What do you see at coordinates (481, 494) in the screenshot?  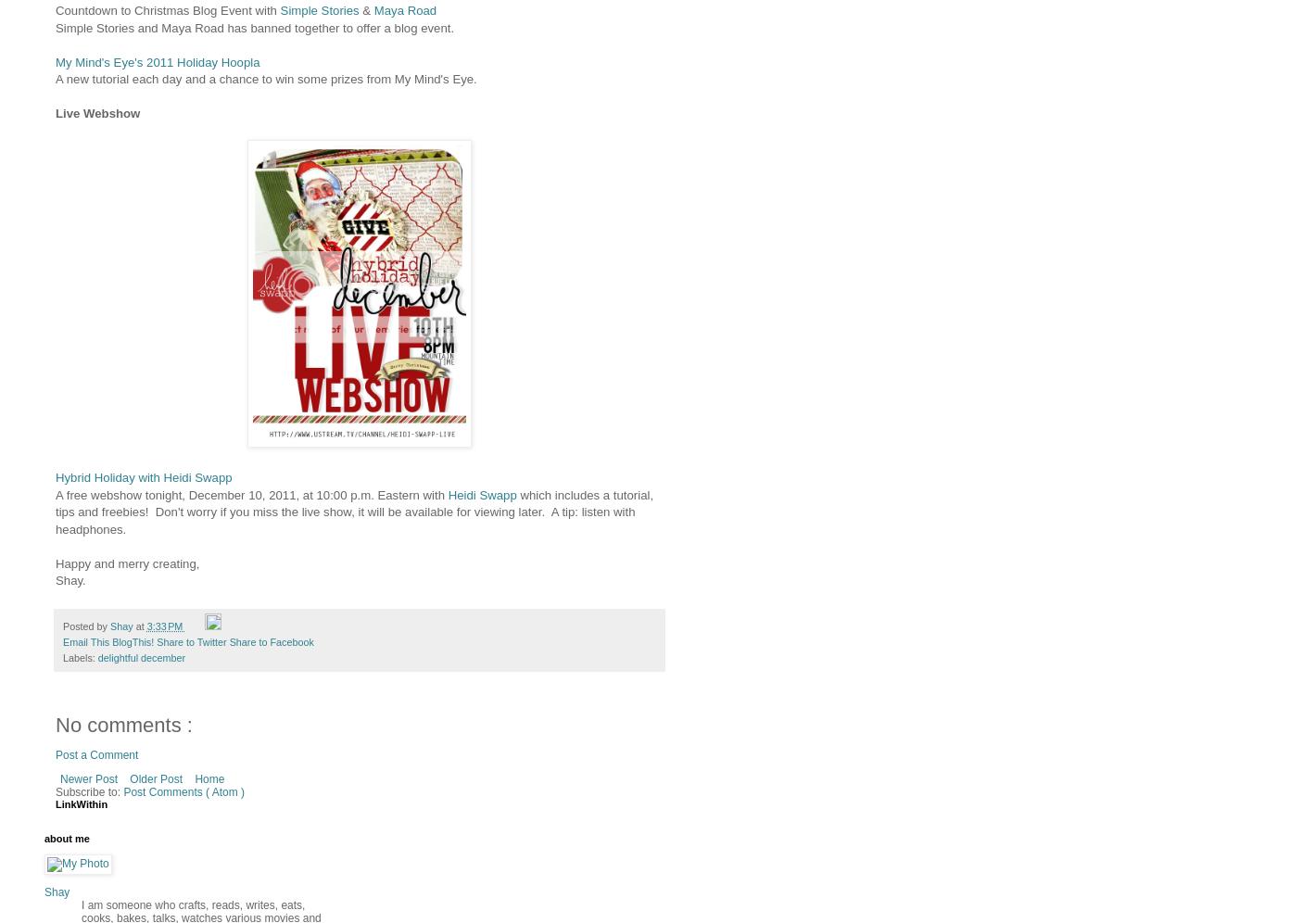 I see `'Heidi Swapp'` at bounding box center [481, 494].